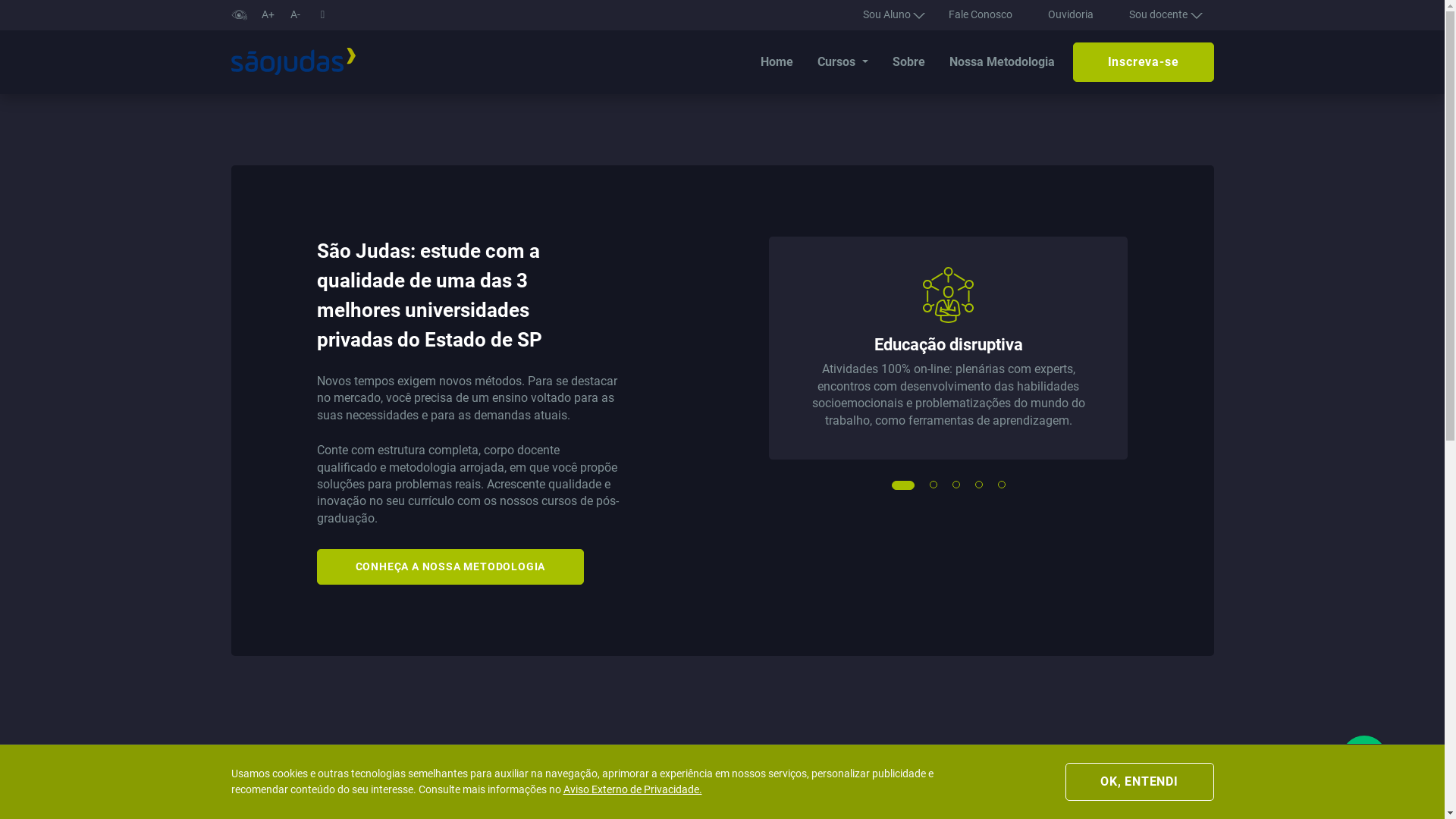 Image resolution: width=1456 pixels, height=819 pixels. What do you see at coordinates (956, 485) in the screenshot?
I see `'3'` at bounding box center [956, 485].